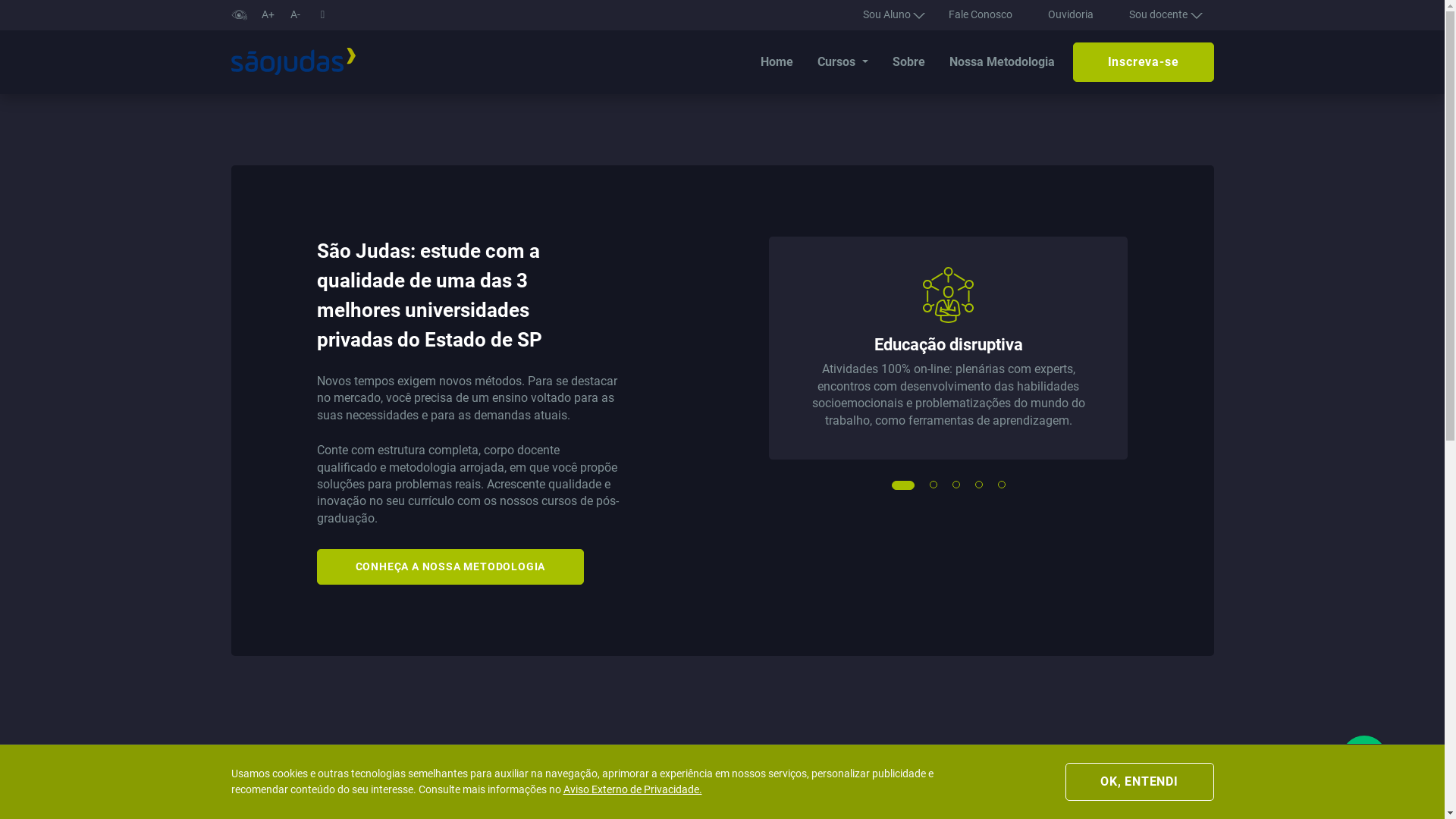 Image resolution: width=1456 pixels, height=819 pixels. What do you see at coordinates (956, 485) in the screenshot?
I see `'3'` at bounding box center [956, 485].